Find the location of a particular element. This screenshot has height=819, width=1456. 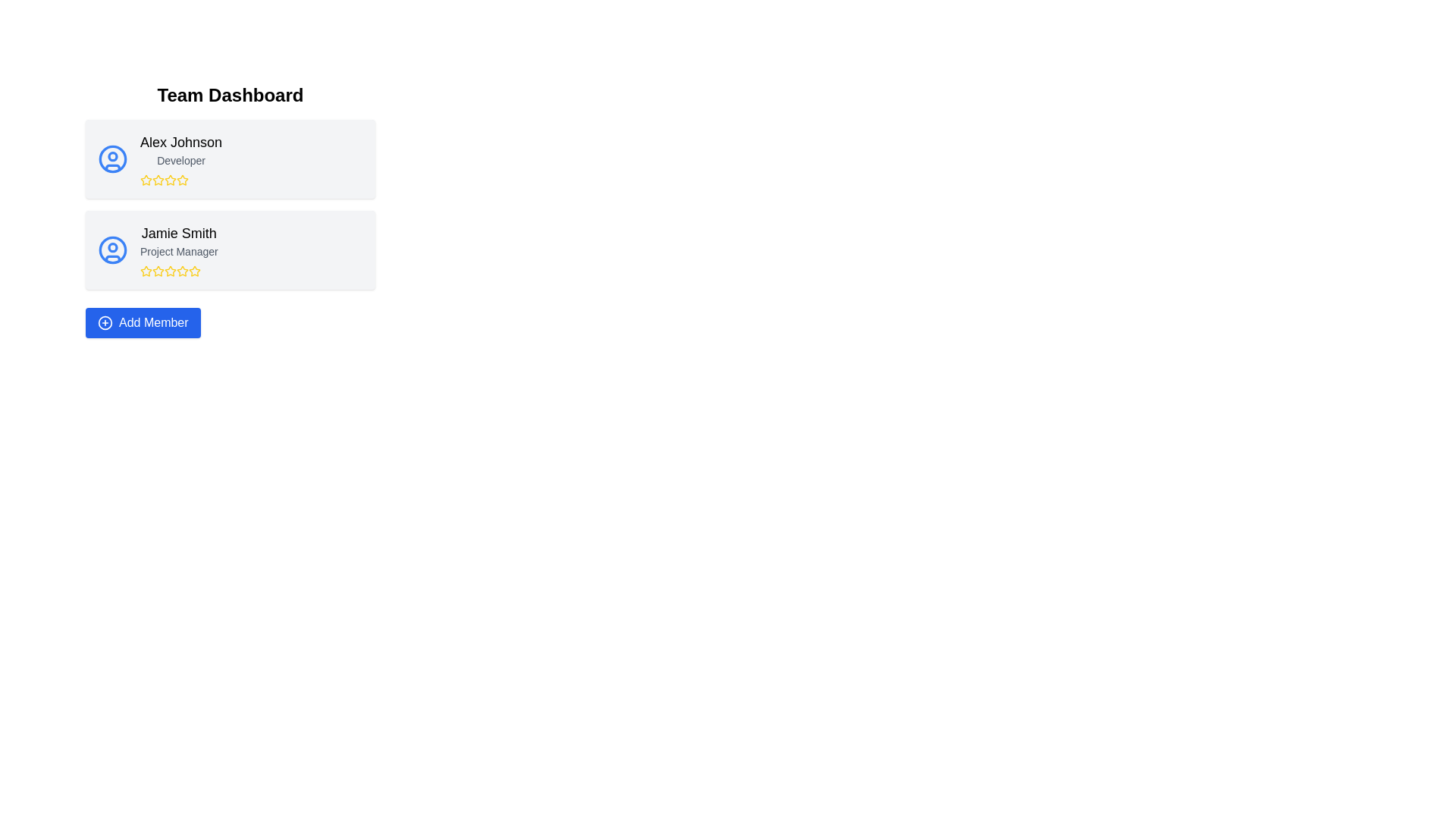

the first rating star icon, which is yellow and part of the rating system for 'Jamie Smith' under 'Project Manager' is located at coordinates (146, 271).